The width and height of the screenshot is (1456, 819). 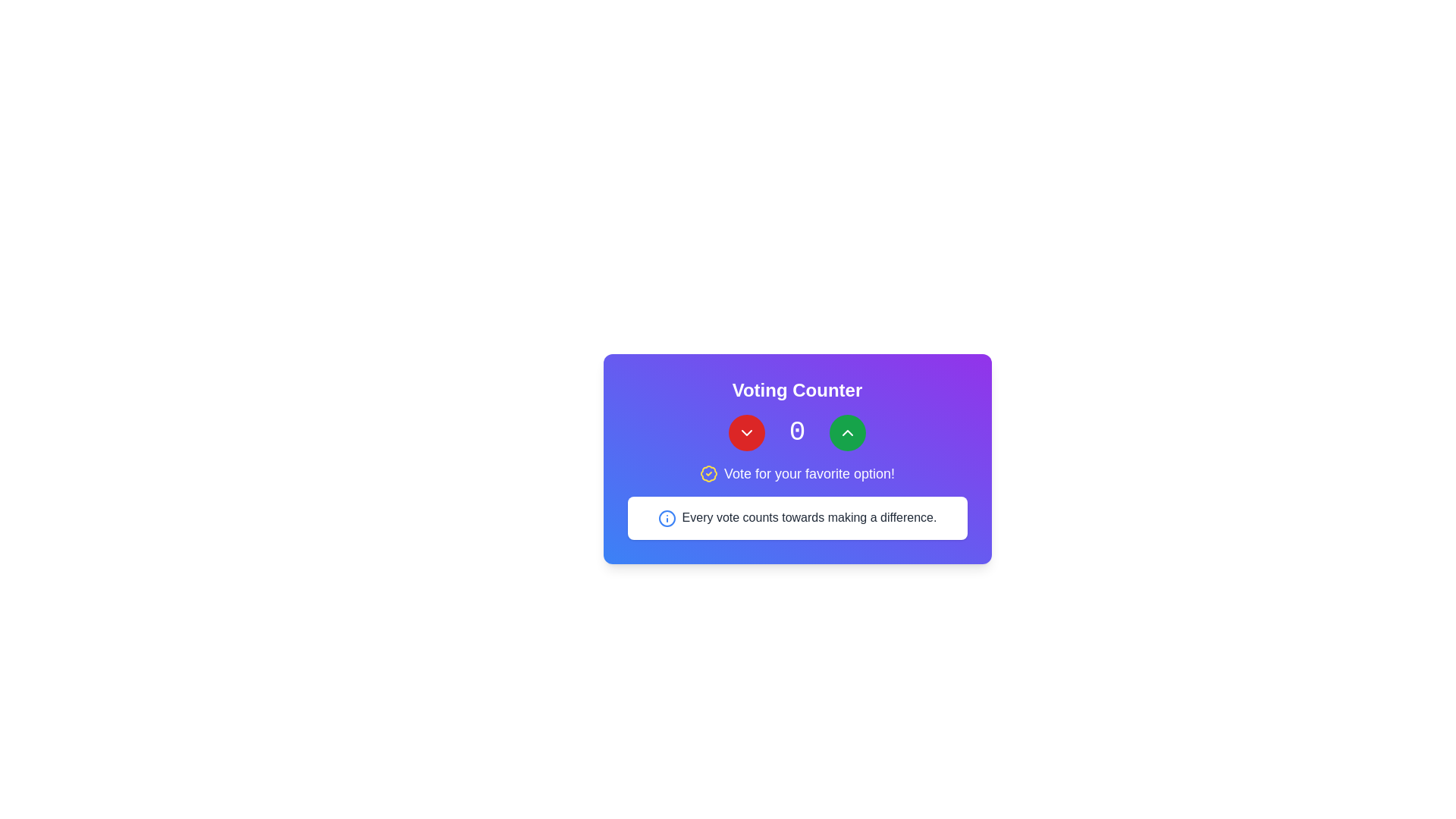 What do you see at coordinates (746, 432) in the screenshot?
I see `the leftmost button that serves as a decrement action for a counter` at bounding box center [746, 432].